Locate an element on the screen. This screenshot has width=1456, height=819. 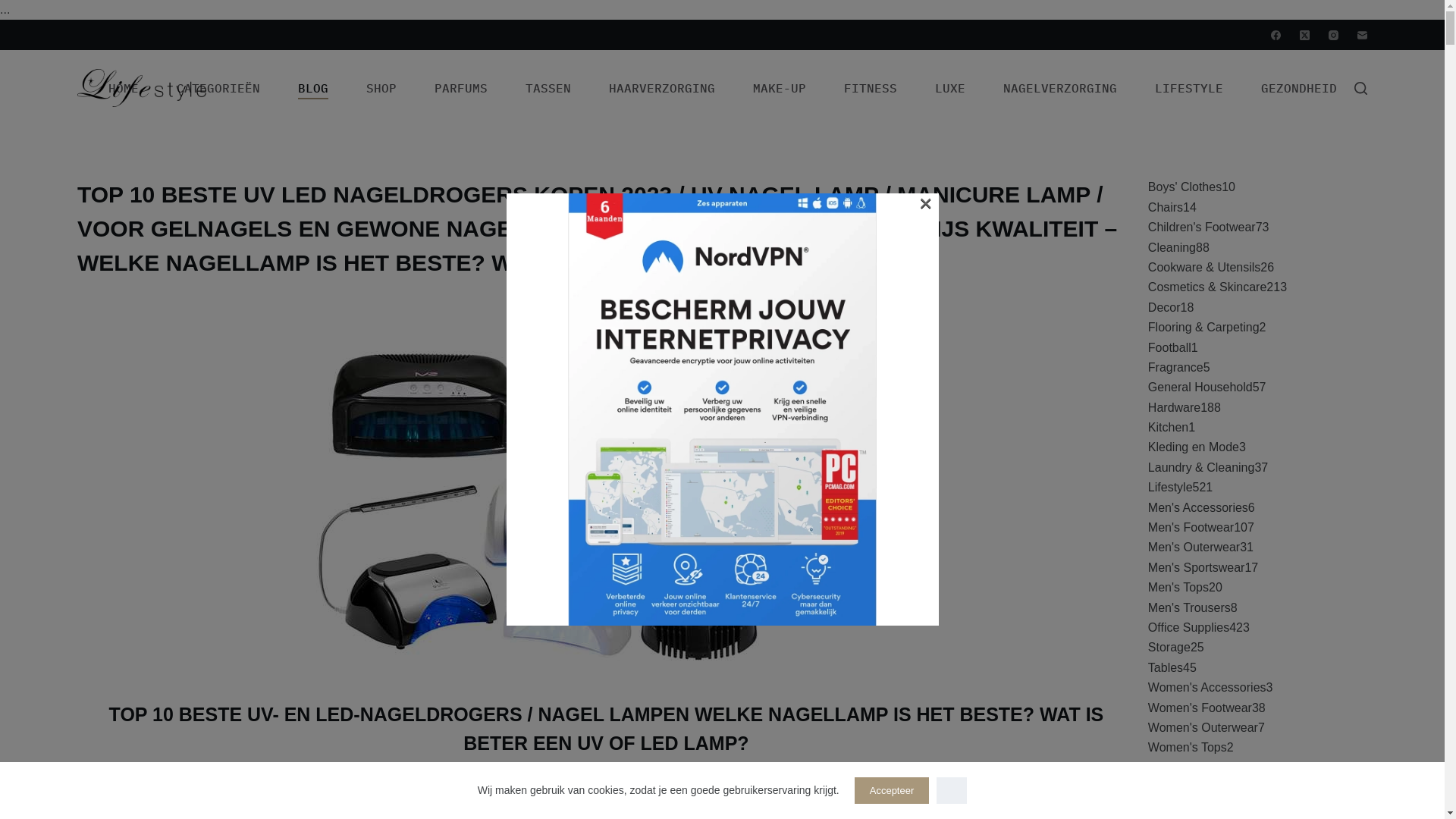
'Men's Outerwear' is located at coordinates (1193, 547).